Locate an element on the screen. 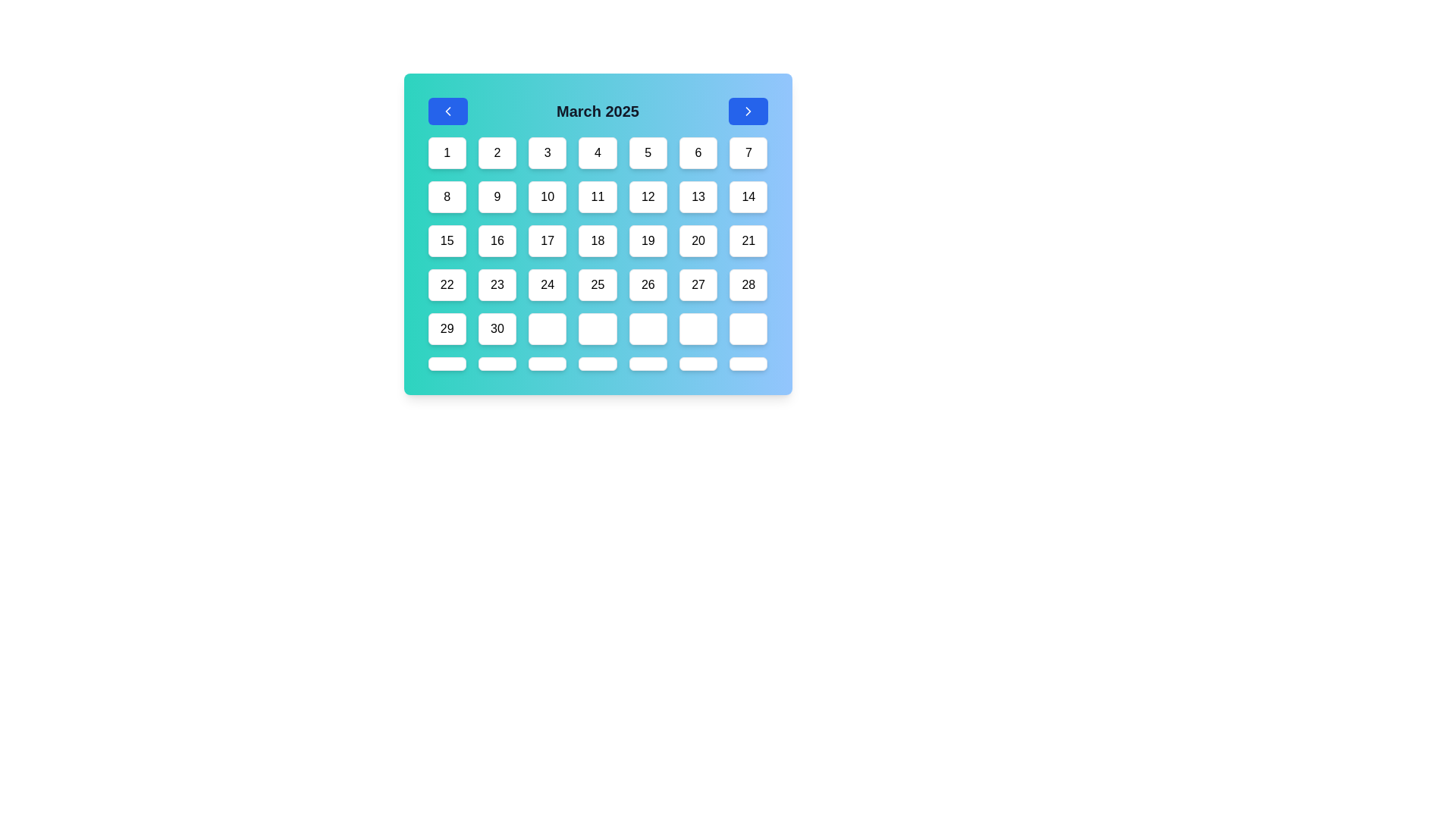 The height and width of the screenshot is (819, 1456). the cell containing the number '30' in the last row and second column of the grid-based calendar, which has a white background and a light gray border is located at coordinates (497, 328).